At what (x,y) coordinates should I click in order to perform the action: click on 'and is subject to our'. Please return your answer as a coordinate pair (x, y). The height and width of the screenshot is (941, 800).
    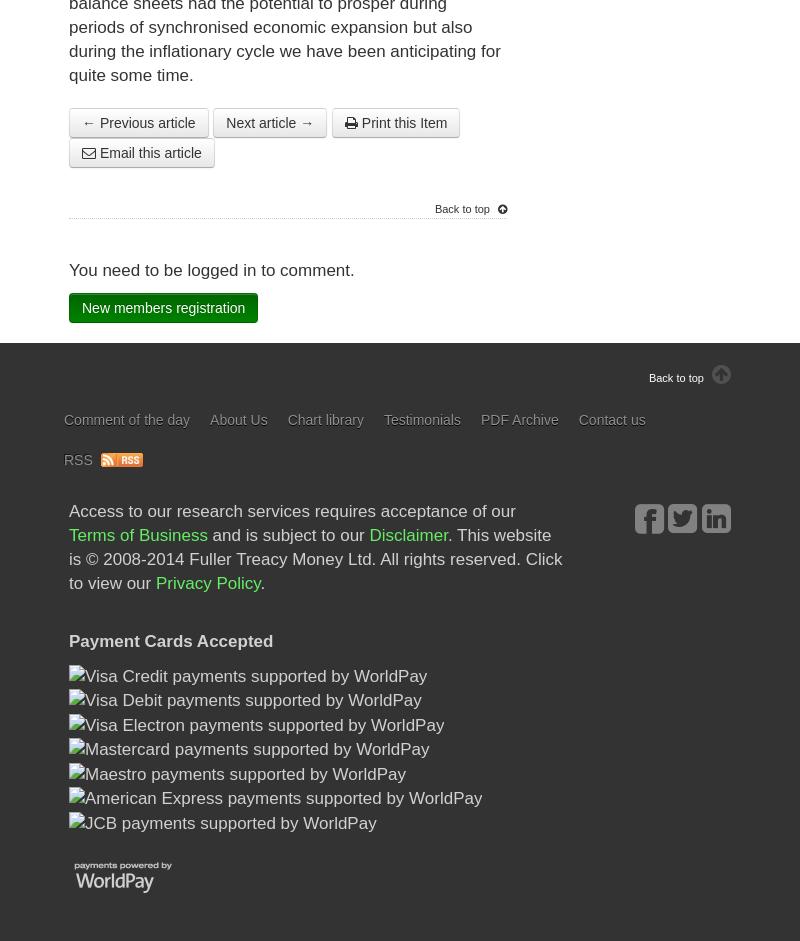
    Looking at the image, I should click on (288, 535).